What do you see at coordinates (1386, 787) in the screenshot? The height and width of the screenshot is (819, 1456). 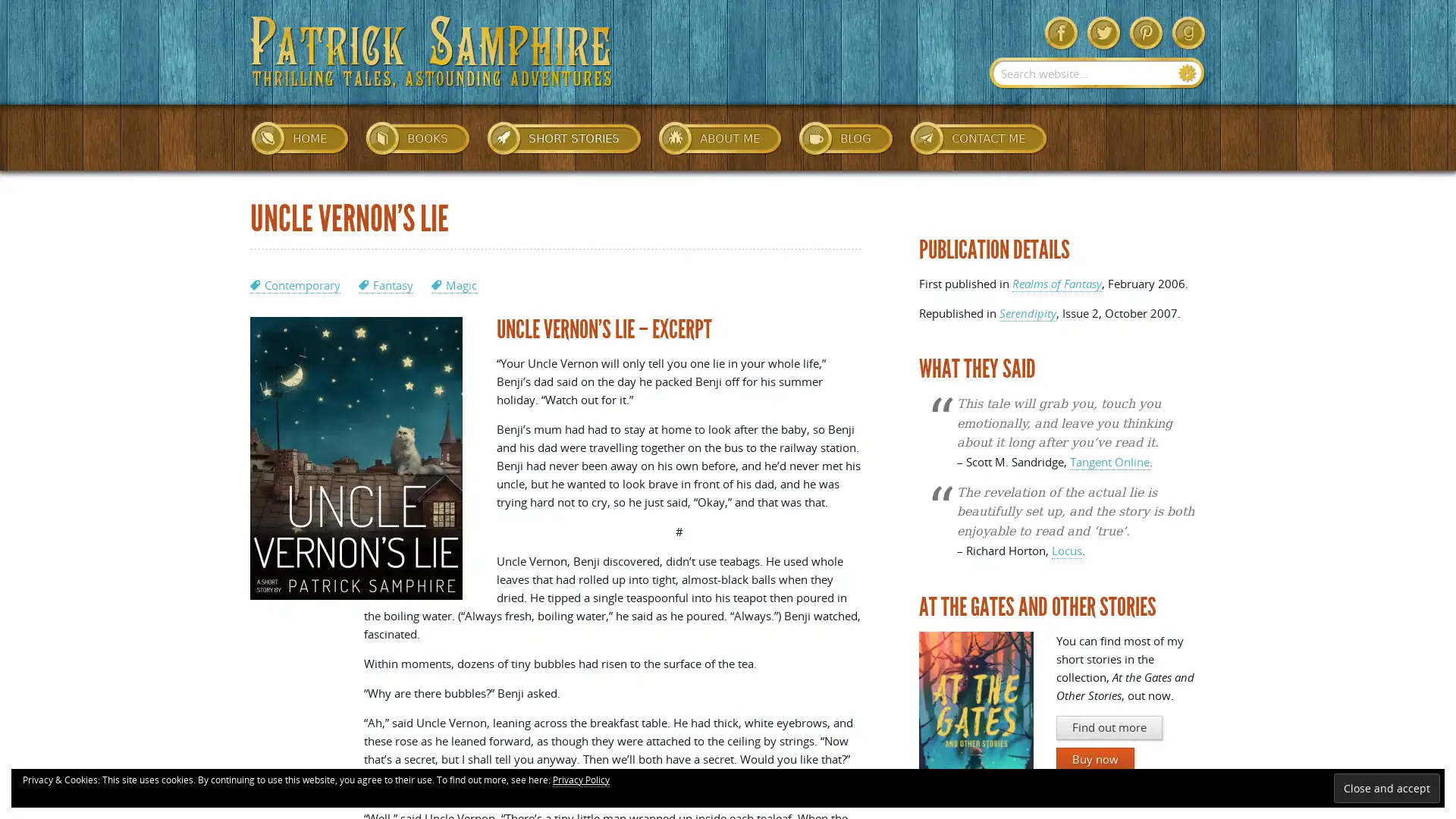 I see `Close and accept` at bounding box center [1386, 787].